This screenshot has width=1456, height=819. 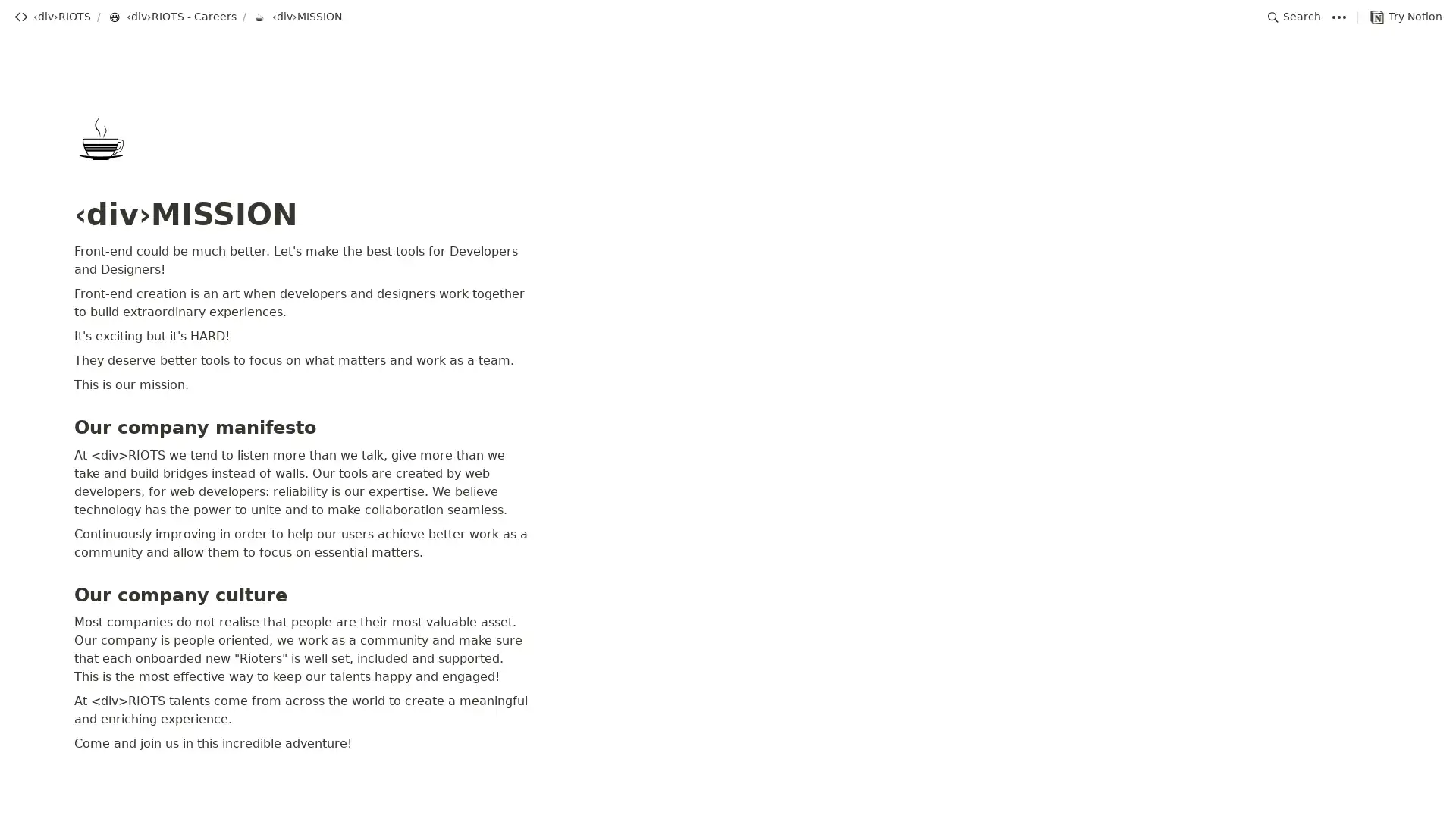 What do you see at coordinates (297, 17) in the screenshot?
I see `divMISSION` at bounding box center [297, 17].